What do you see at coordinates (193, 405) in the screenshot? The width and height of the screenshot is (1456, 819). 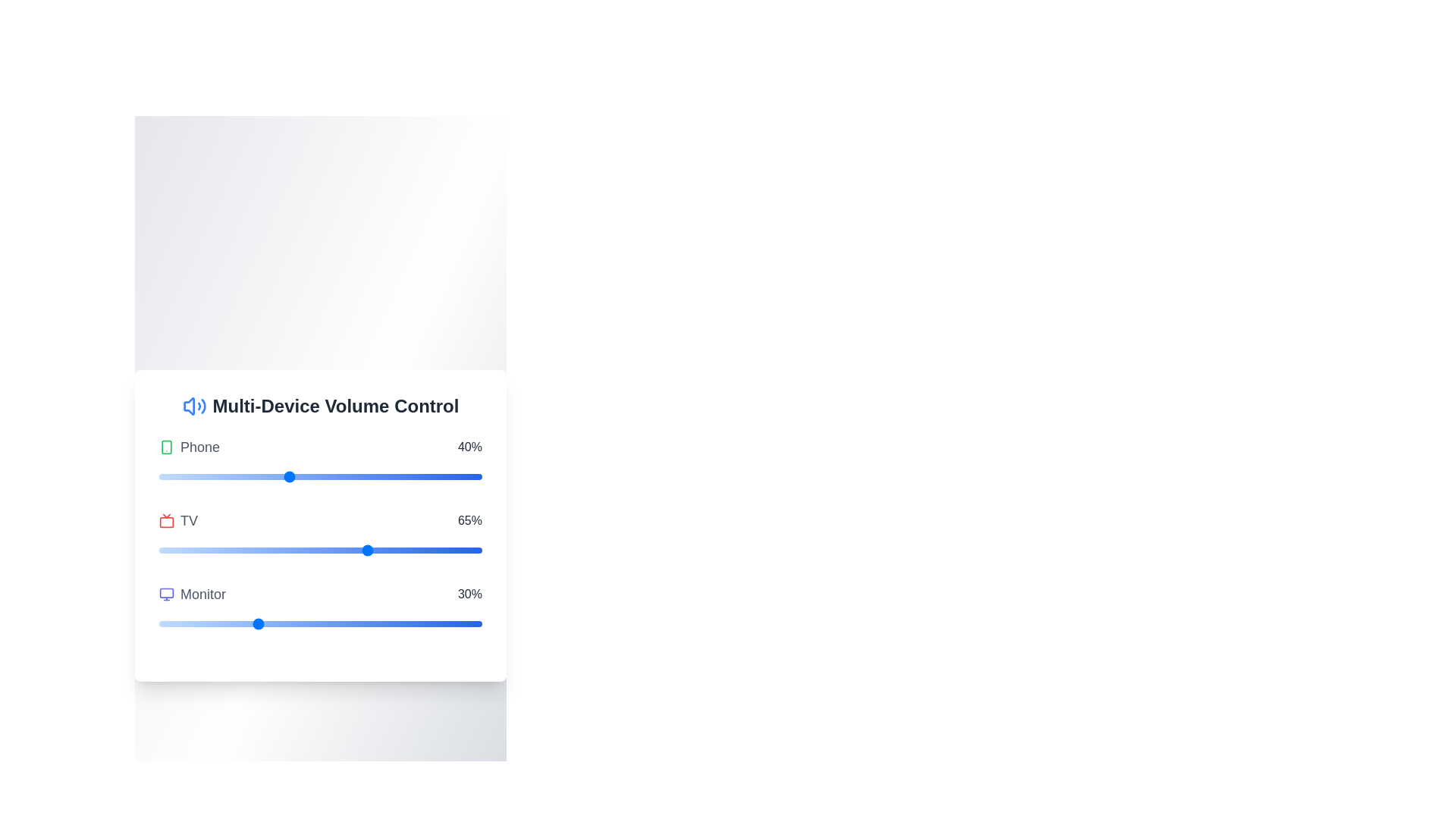 I see `the volume control icon, which is the first icon in the Multi-Device Volume Control section, positioned on the leftmost side of the header row` at bounding box center [193, 405].